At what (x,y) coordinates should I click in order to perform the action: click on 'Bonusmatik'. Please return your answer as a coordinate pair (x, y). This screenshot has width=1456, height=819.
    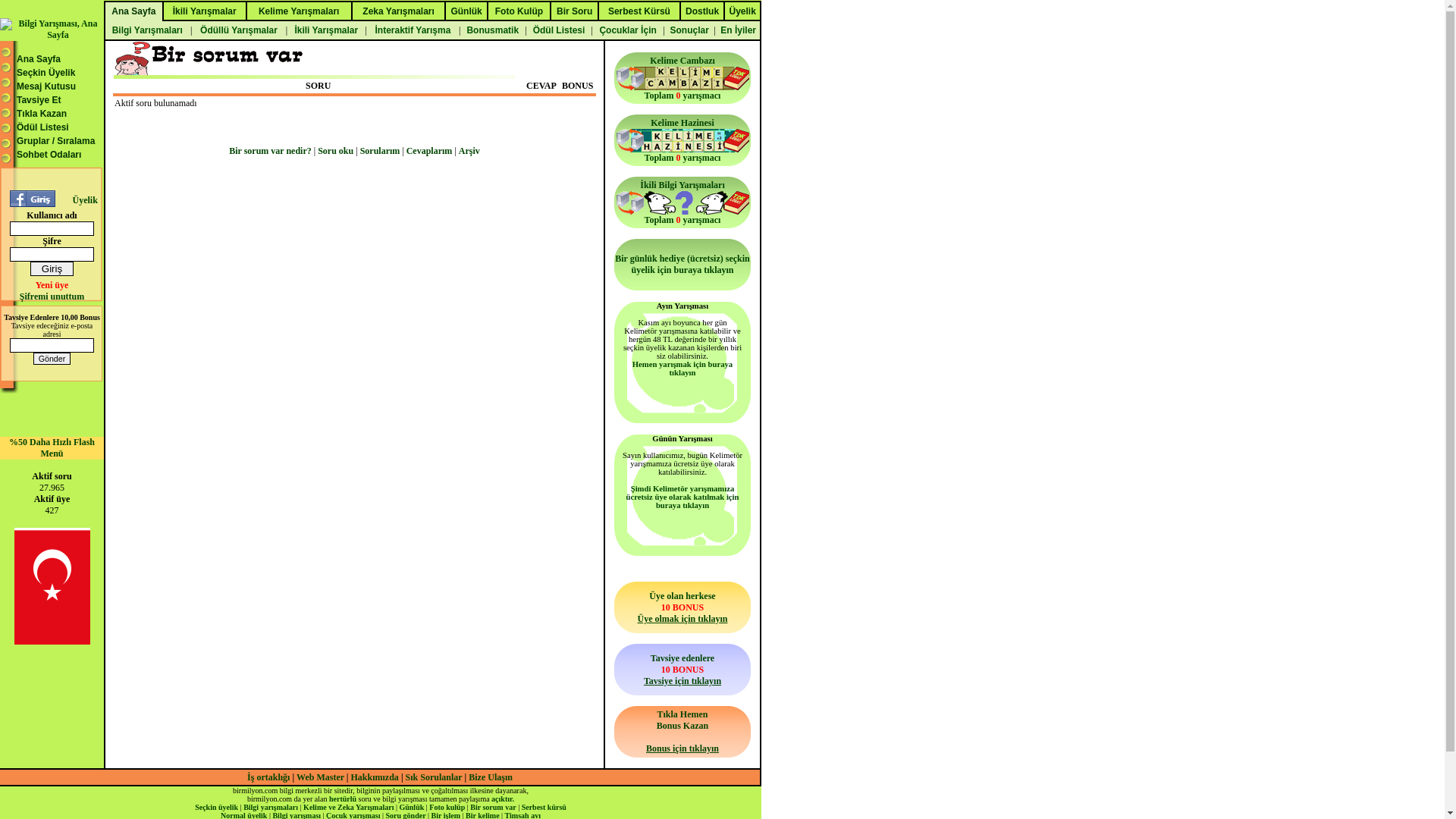
    Looking at the image, I should click on (461, 30).